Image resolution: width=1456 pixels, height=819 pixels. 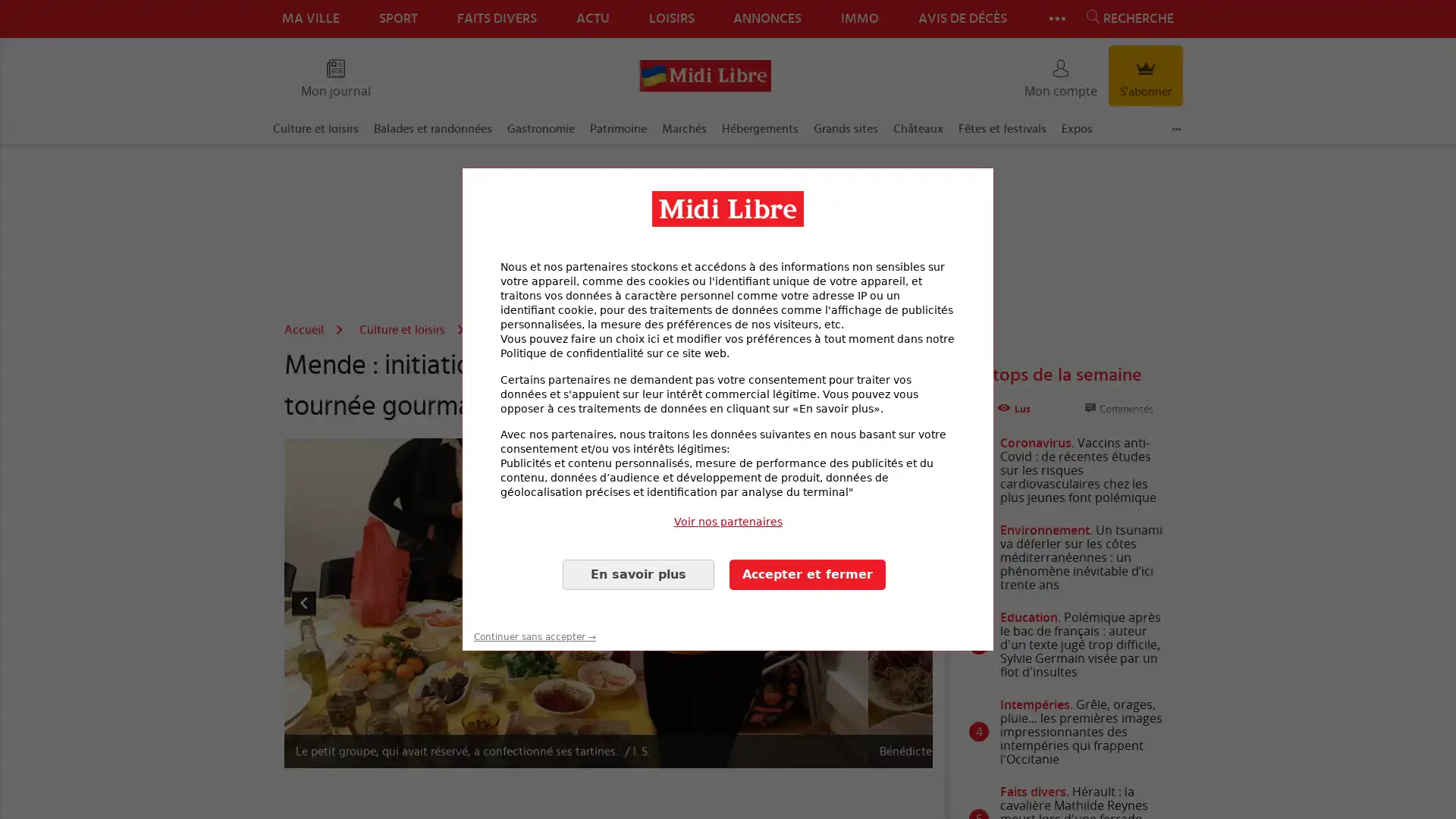 I want to click on Voir nos partenaires, so click(x=728, y=520).